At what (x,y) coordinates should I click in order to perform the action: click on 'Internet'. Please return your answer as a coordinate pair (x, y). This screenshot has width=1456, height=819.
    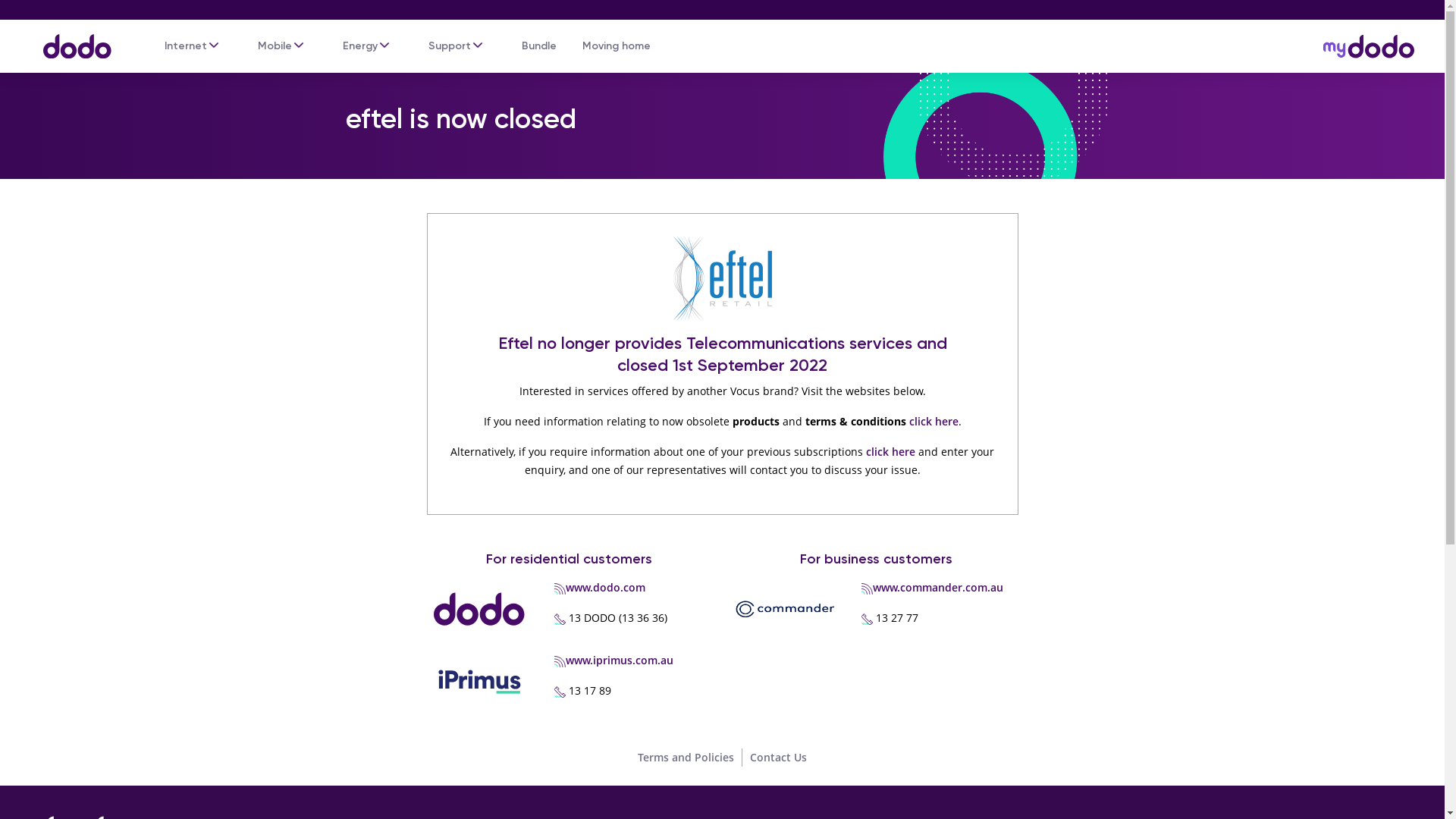
    Looking at the image, I should click on (184, 45).